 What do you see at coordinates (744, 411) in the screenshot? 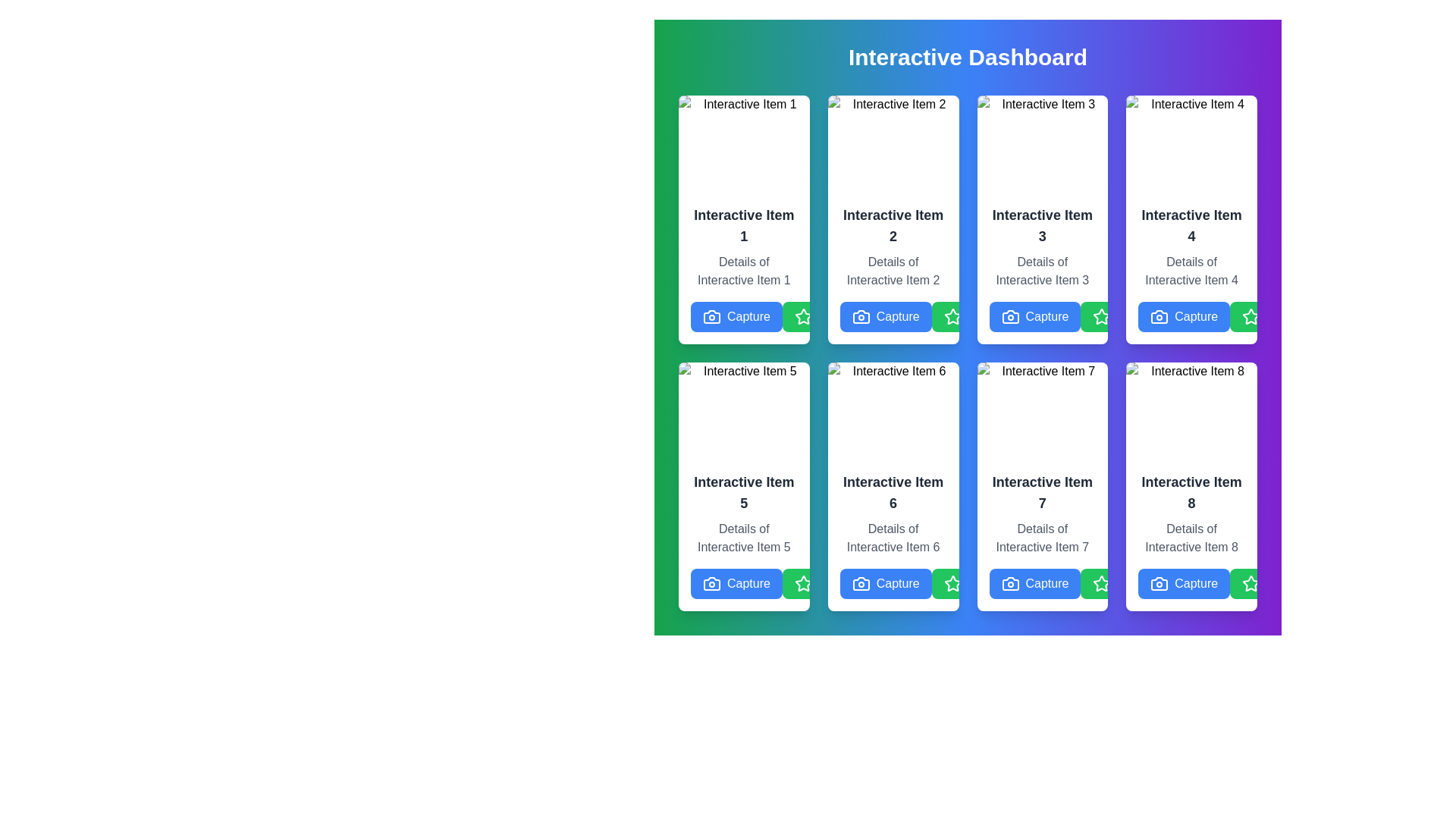
I see `the placeholder image labeled 'Interactive Item 5' located in the upper section of the card in the second row, first column of the grid layout` at bounding box center [744, 411].